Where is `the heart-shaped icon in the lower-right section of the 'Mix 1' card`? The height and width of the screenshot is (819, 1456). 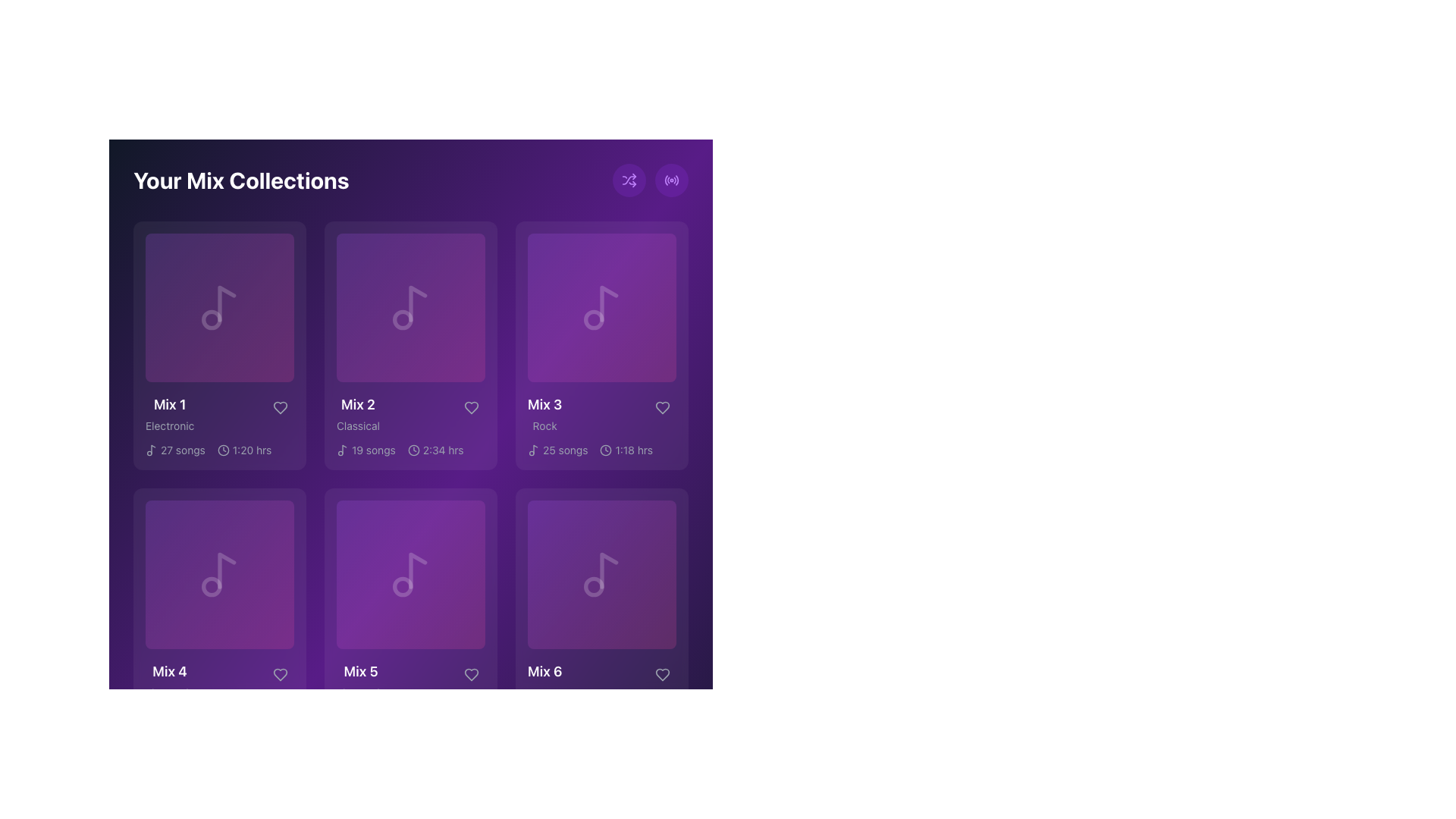
the heart-shaped icon in the lower-right section of the 'Mix 1' card is located at coordinates (280, 406).